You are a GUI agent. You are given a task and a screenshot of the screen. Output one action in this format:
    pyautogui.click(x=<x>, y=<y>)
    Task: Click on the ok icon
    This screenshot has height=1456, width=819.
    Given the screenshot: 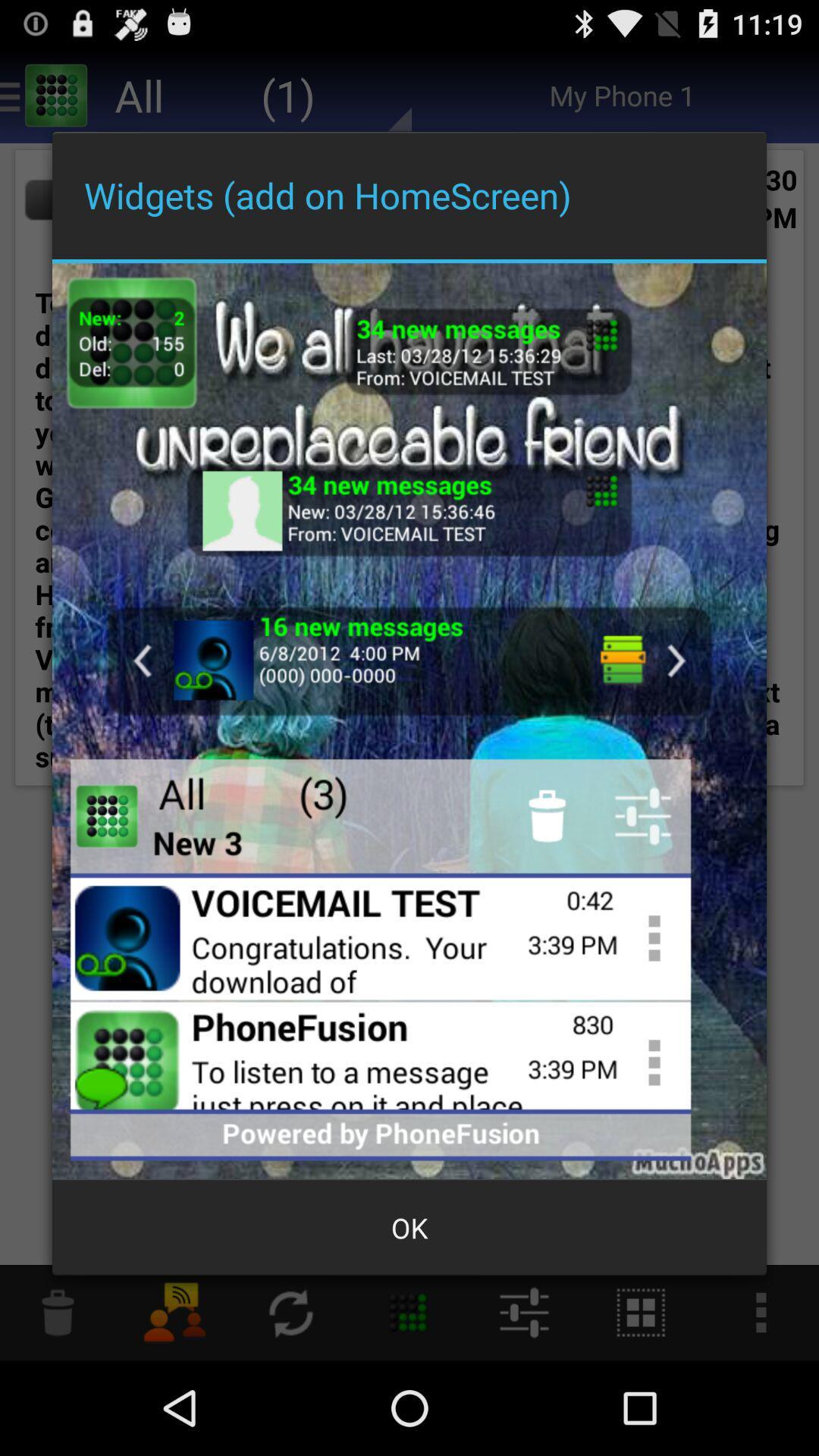 What is the action you would take?
    pyautogui.click(x=409, y=1228)
    